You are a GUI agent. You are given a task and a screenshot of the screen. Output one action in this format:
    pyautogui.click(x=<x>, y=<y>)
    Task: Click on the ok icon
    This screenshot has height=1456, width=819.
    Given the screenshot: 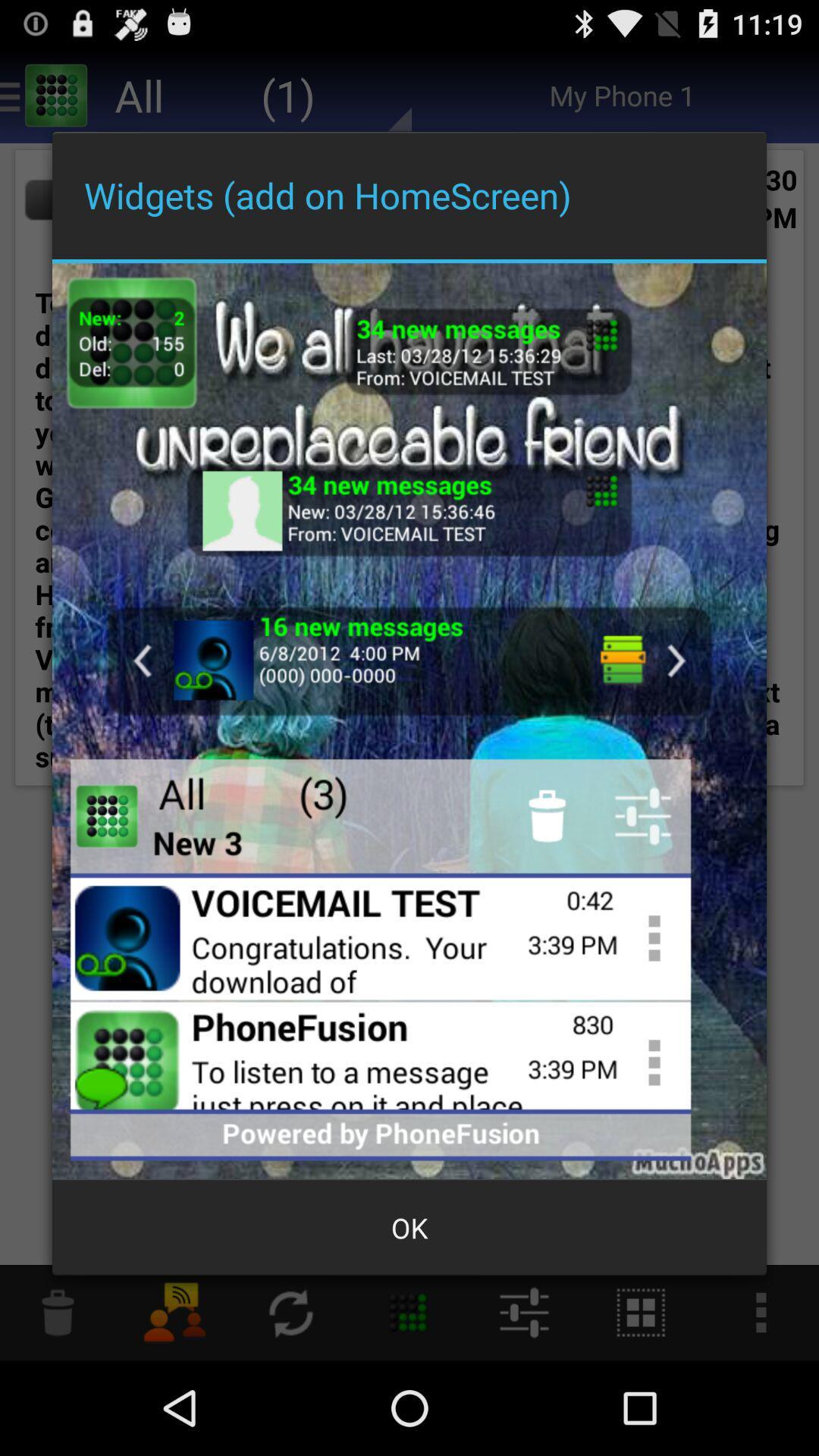 What is the action you would take?
    pyautogui.click(x=409, y=1228)
    